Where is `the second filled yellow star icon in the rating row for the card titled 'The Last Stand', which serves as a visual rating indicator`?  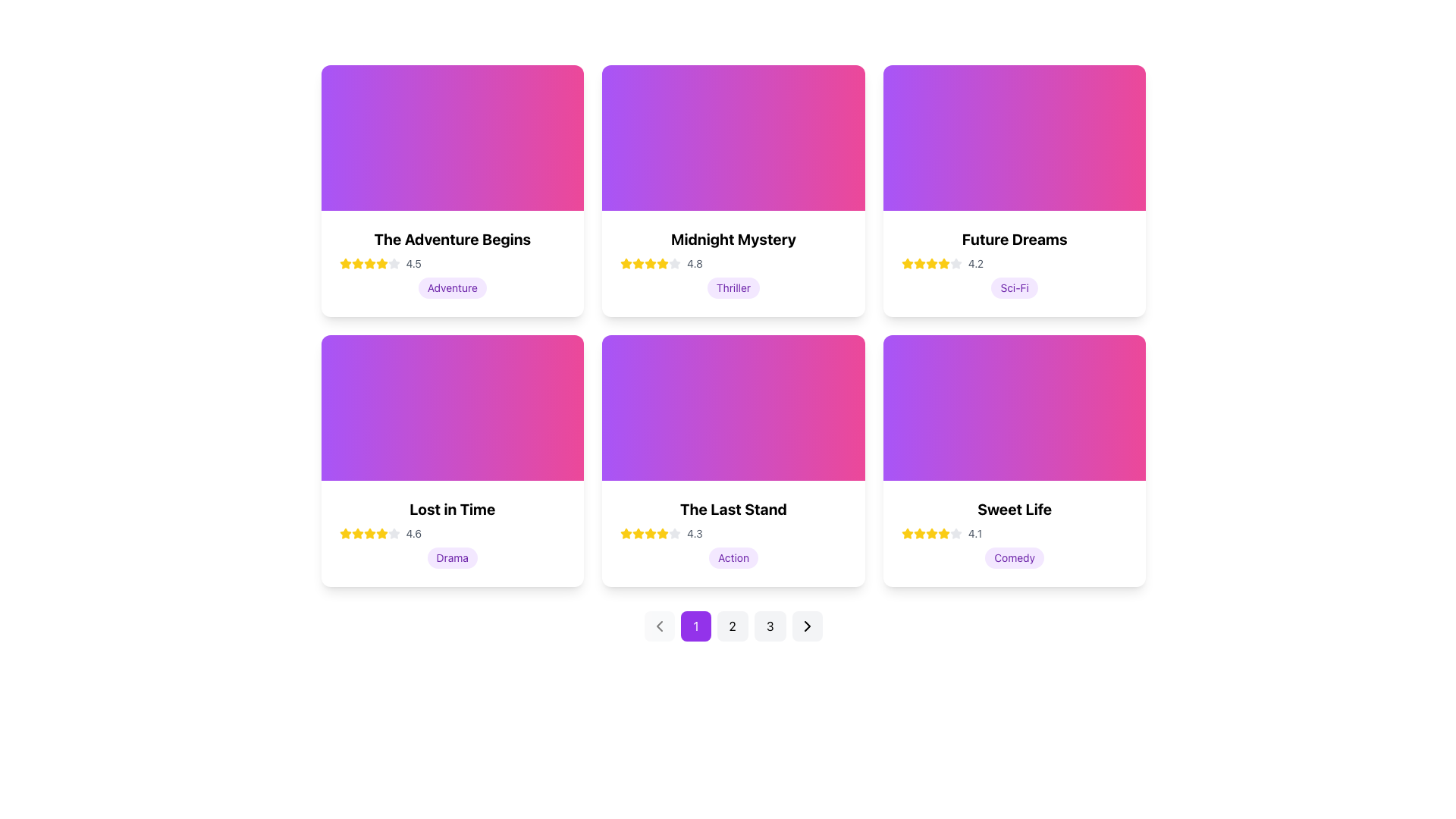 the second filled yellow star icon in the rating row for the card titled 'The Last Stand', which serves as a visual rating indicator is located at coordinates (639, 532).